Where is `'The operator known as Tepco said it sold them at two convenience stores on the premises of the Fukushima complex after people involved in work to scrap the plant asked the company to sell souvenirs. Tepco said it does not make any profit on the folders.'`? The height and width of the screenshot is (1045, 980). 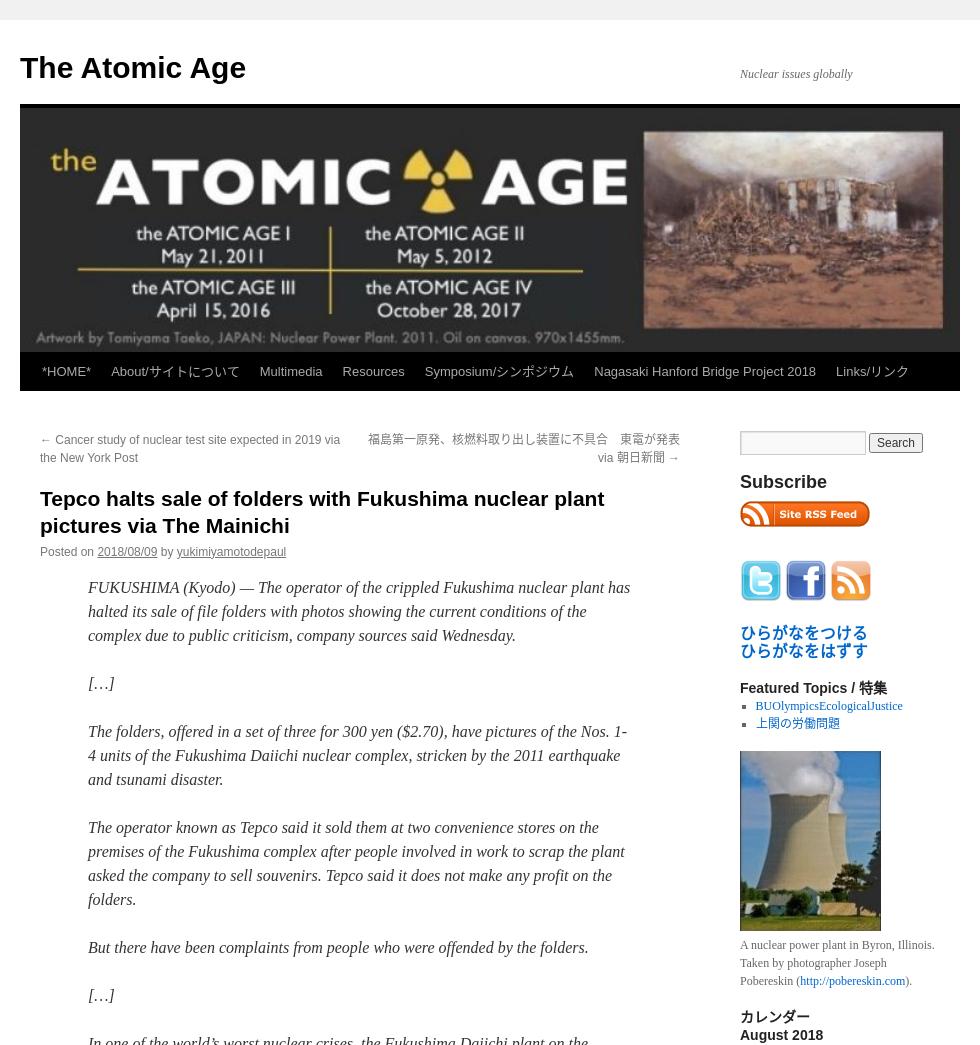
'The operator known as Tepco said it sold them at two convenience stores on the premises of the Fukushima complex after people involved in work to scrap the plant asked the company to sell souvenirs. Tepco said it does not make any profit on the folders.' is located at coordinates (356, 861).